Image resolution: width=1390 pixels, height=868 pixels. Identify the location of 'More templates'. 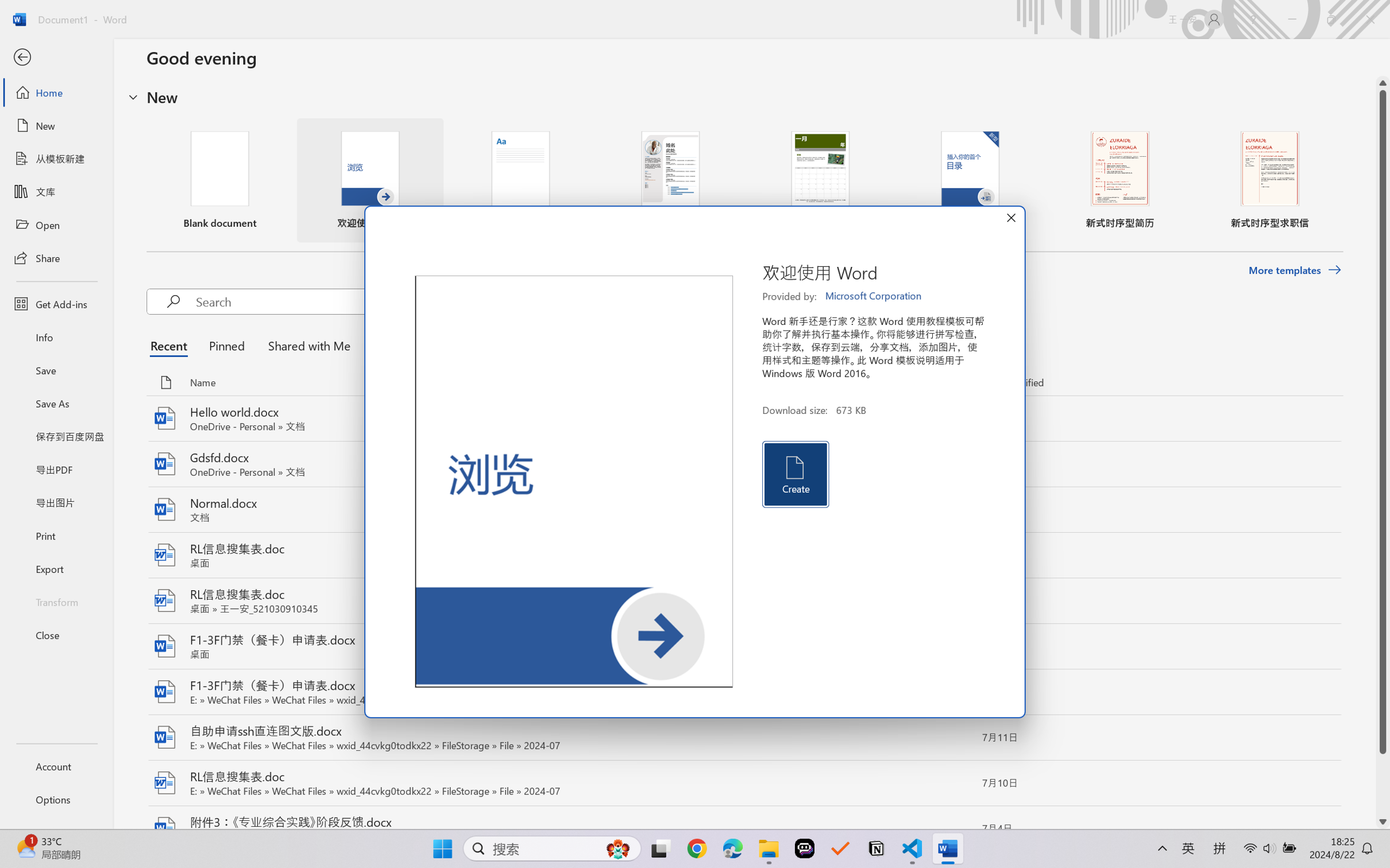
(1294, 270).